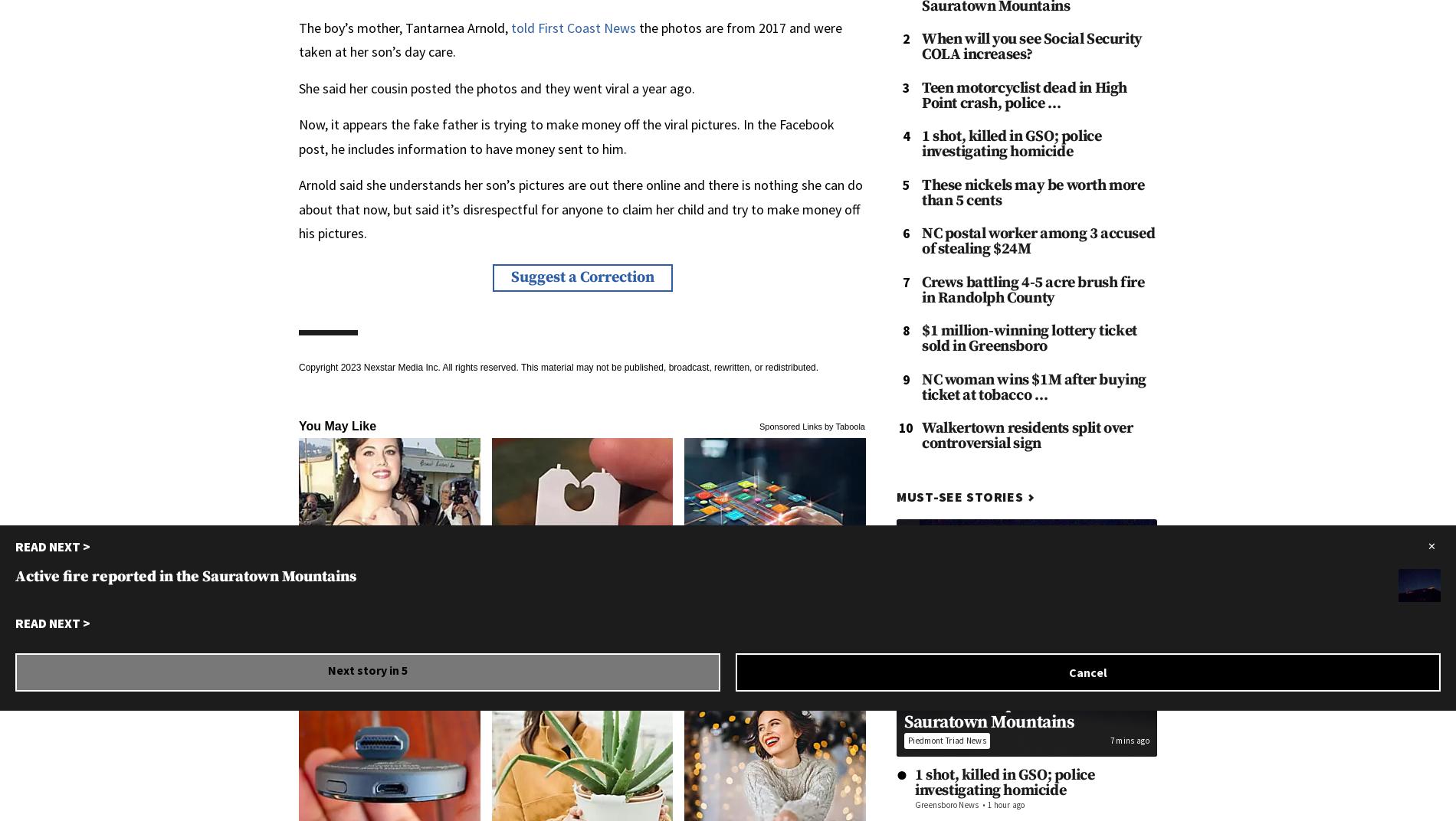 Image resolution: width=1456 pixels, height=821 pixels. What do you see at coordinates (1129, 740) in the screenshot?
I see `'7 mins ago'` at bounding box center [1129, 740].